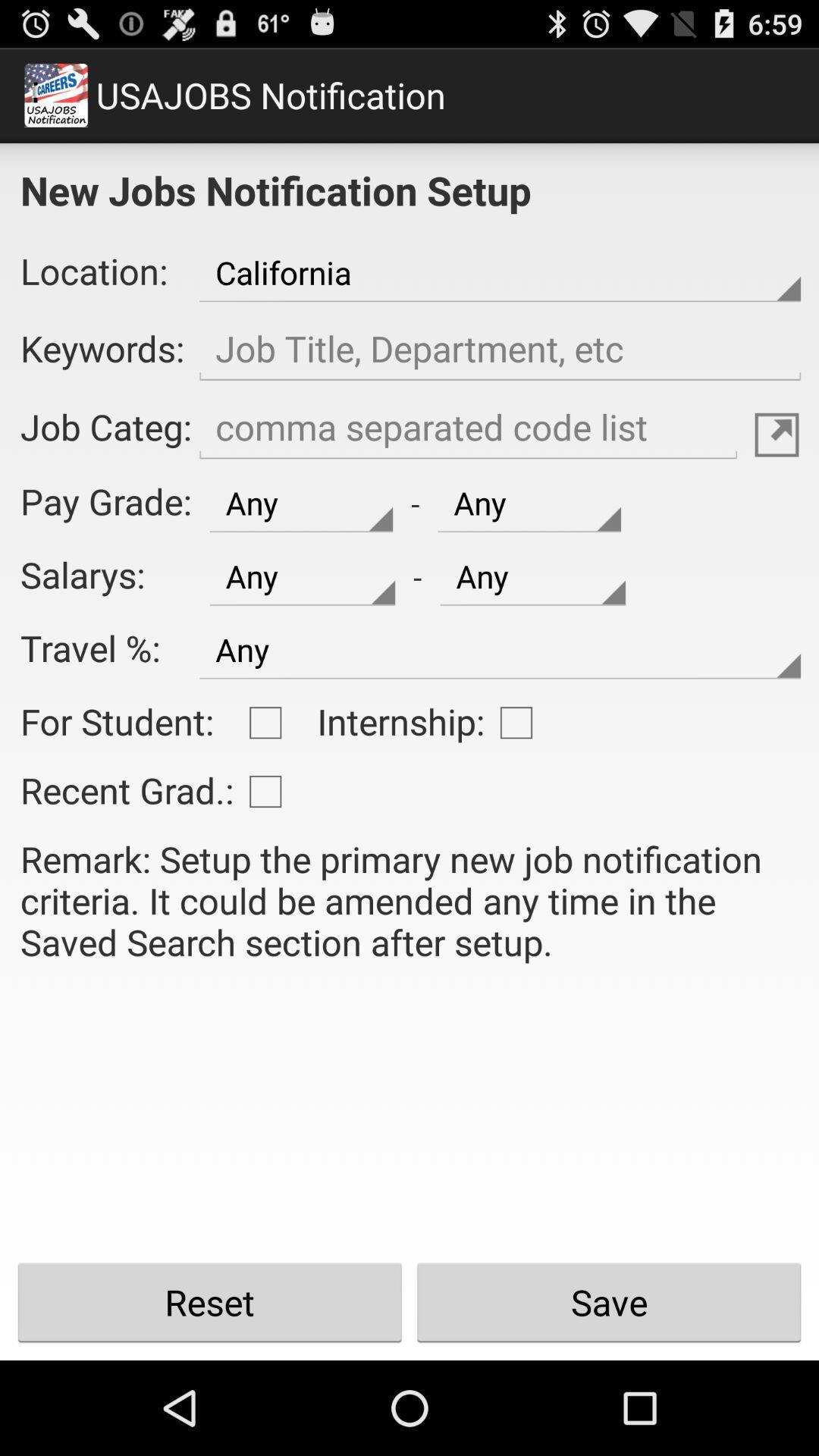  What do you see at coordinates (500, 650) in the screenshot?
I see `any field which is on the right to travel` at bounding box center [500, 650].